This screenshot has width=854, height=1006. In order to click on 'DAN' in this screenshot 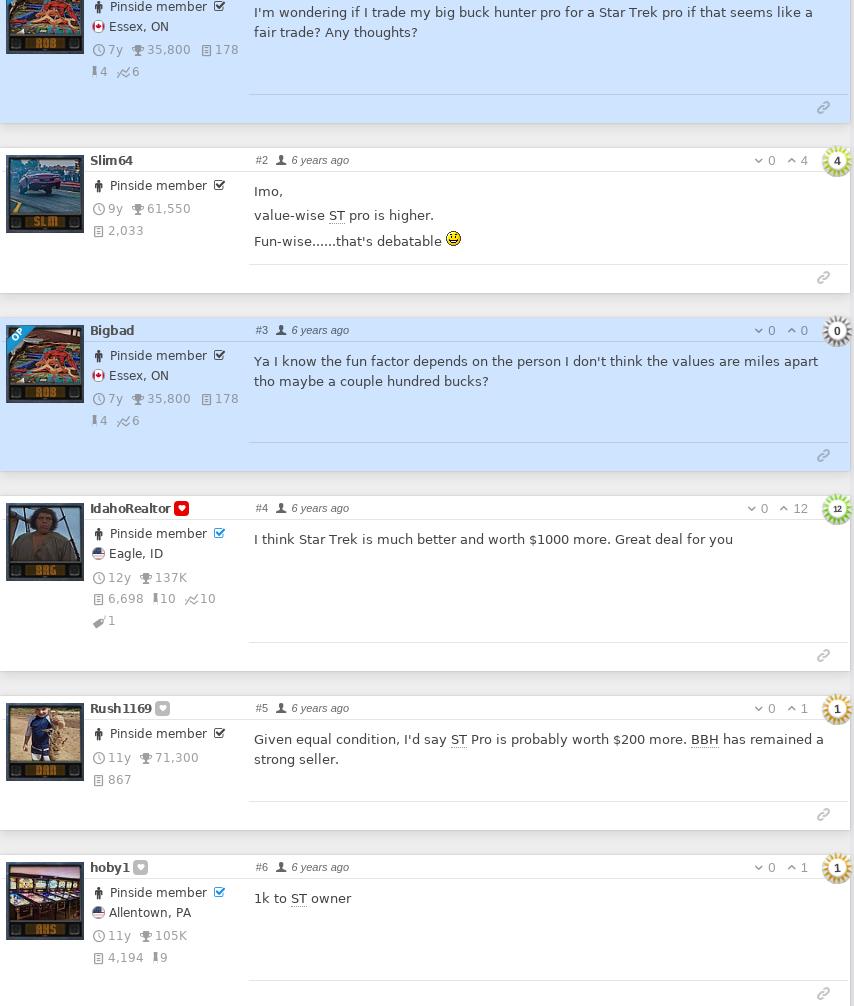, I will do `click(46, 768)`.